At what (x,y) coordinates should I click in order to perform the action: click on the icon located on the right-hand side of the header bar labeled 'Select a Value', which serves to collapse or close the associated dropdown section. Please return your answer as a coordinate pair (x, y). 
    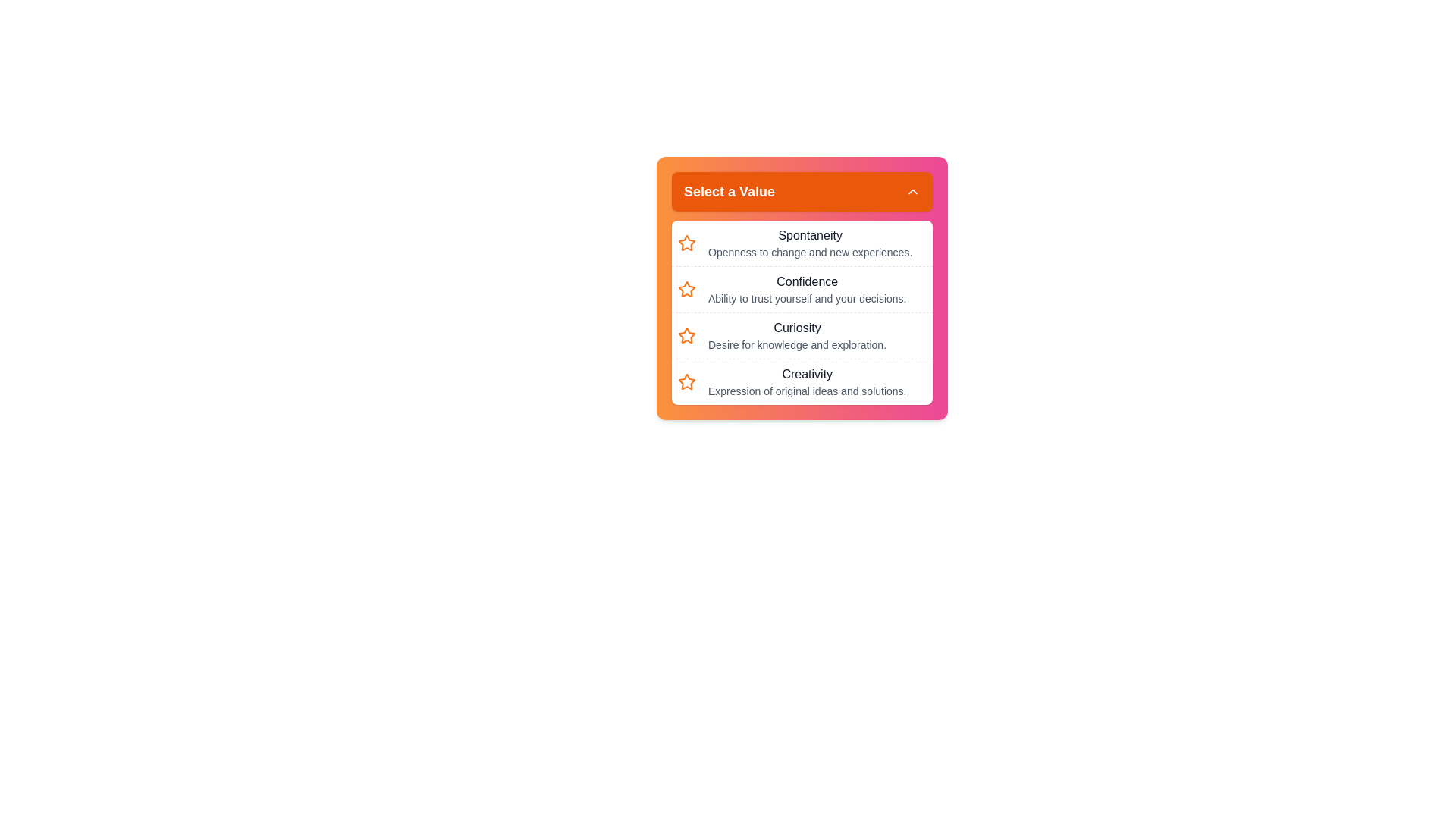
    Looking at the image, I should click on (912, 191).